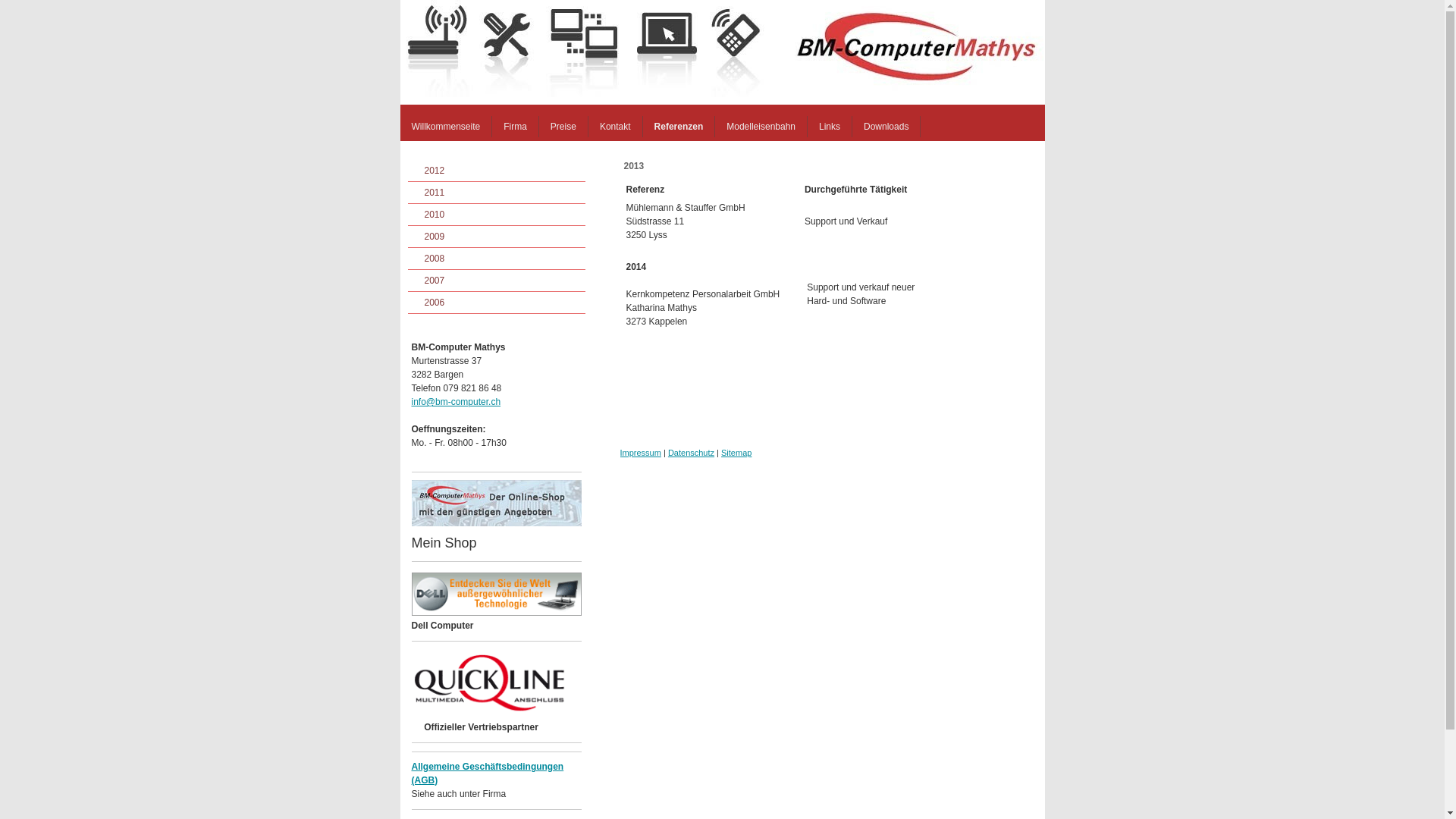 The image size is (1456, 819). Describe the element at coordinates (852, 125) in the screenshot. I see `'Downloads'` at that location.